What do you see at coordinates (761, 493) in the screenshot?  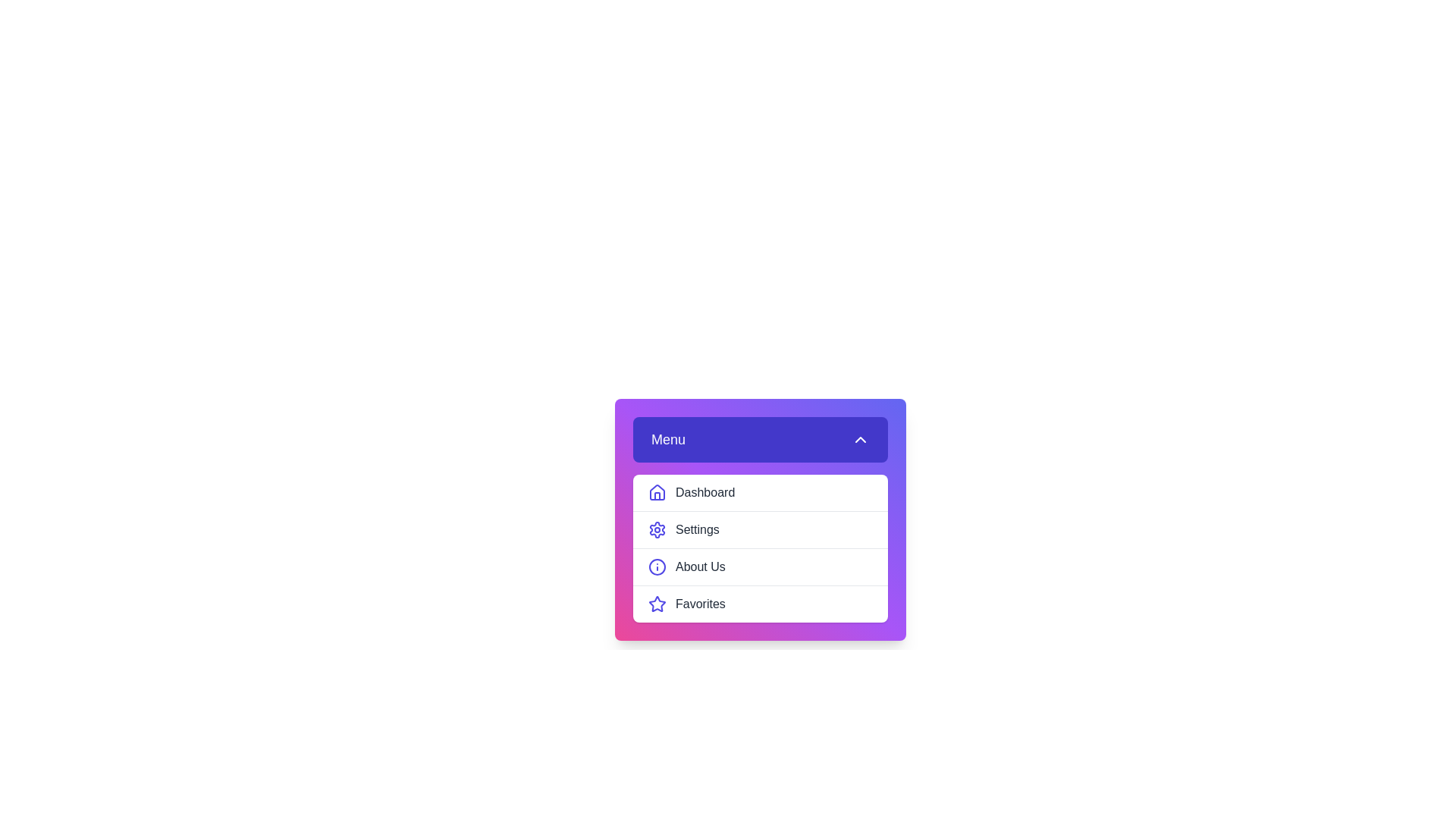 I see `the menu item Dashboard from the menu` at bounding box center [761, 493].